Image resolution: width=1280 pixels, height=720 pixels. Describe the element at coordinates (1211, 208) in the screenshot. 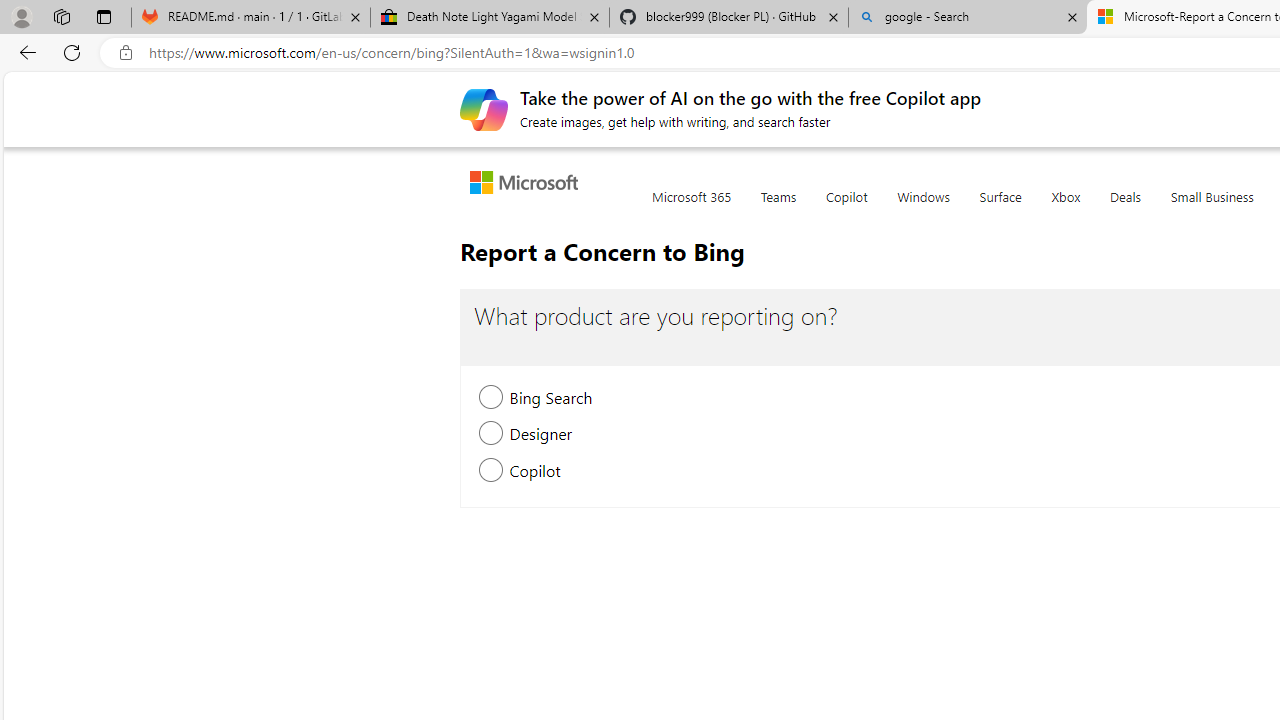

I see `'Small Business'` at that location.